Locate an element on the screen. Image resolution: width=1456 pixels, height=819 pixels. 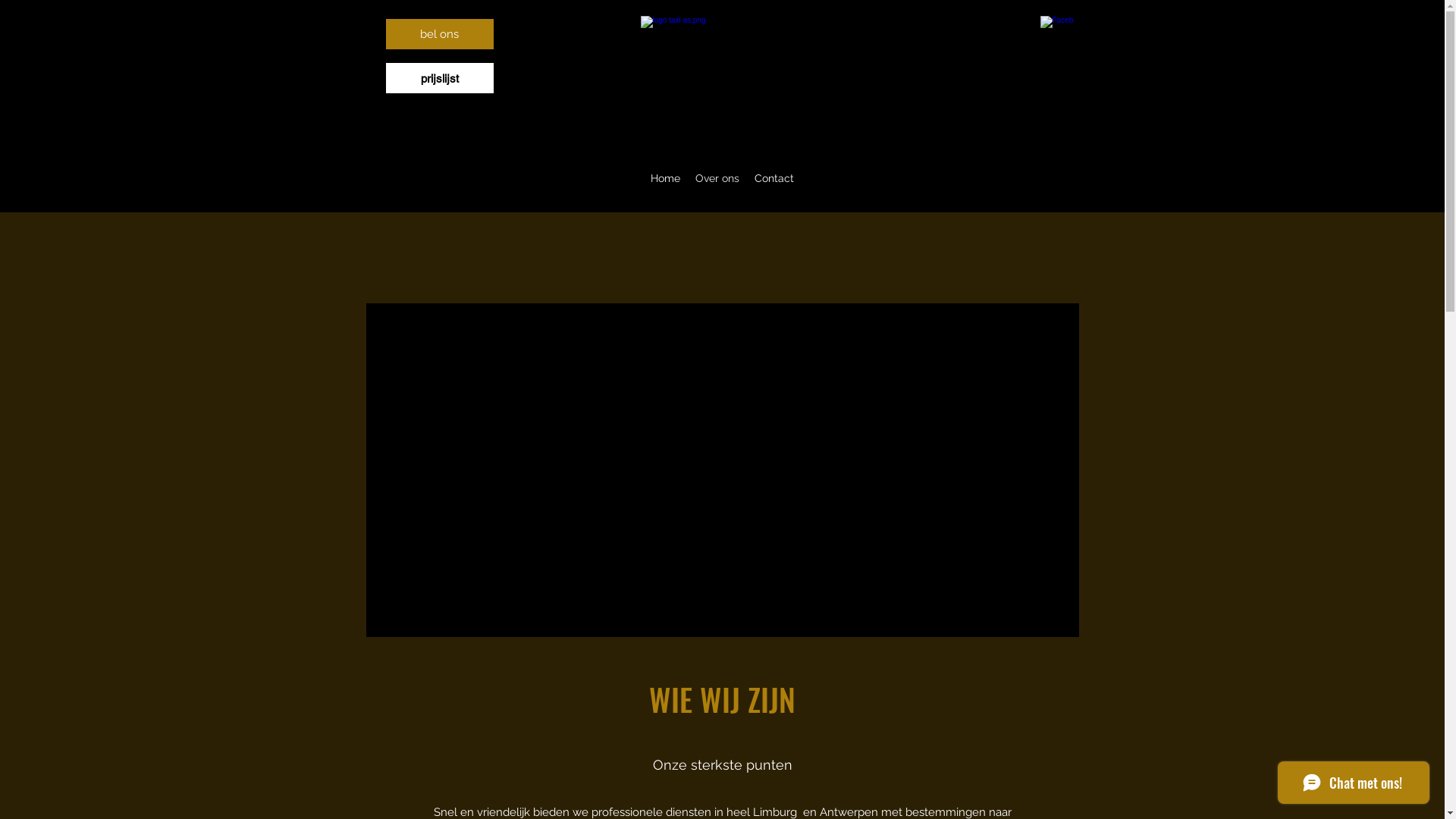
'Over ons' is located at coordinates (716, 177).